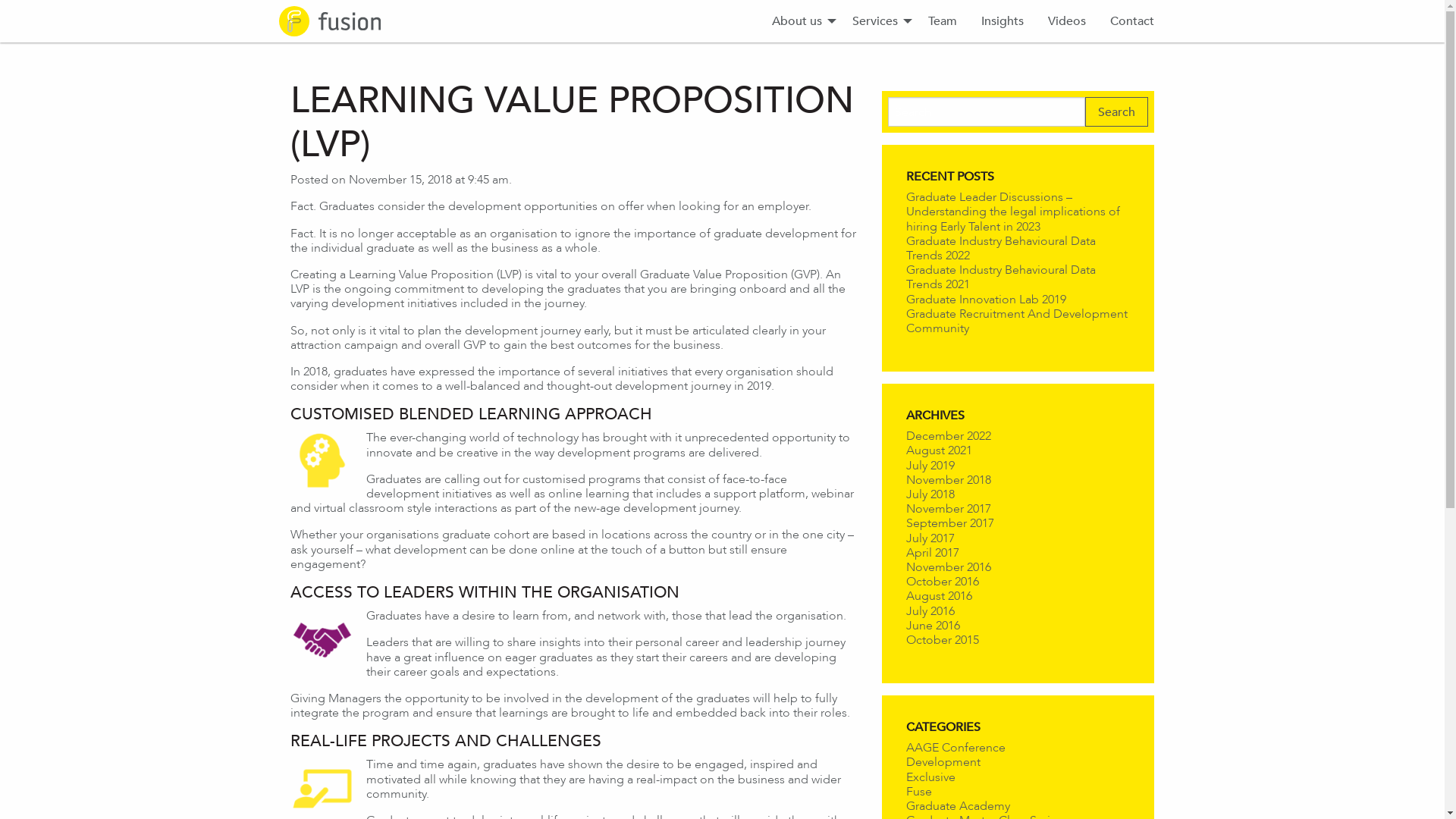  What do you see at coordinates (954, 746) in the screenshot?
I see `'AAGE Conference'` at bounding box center [954, 746].